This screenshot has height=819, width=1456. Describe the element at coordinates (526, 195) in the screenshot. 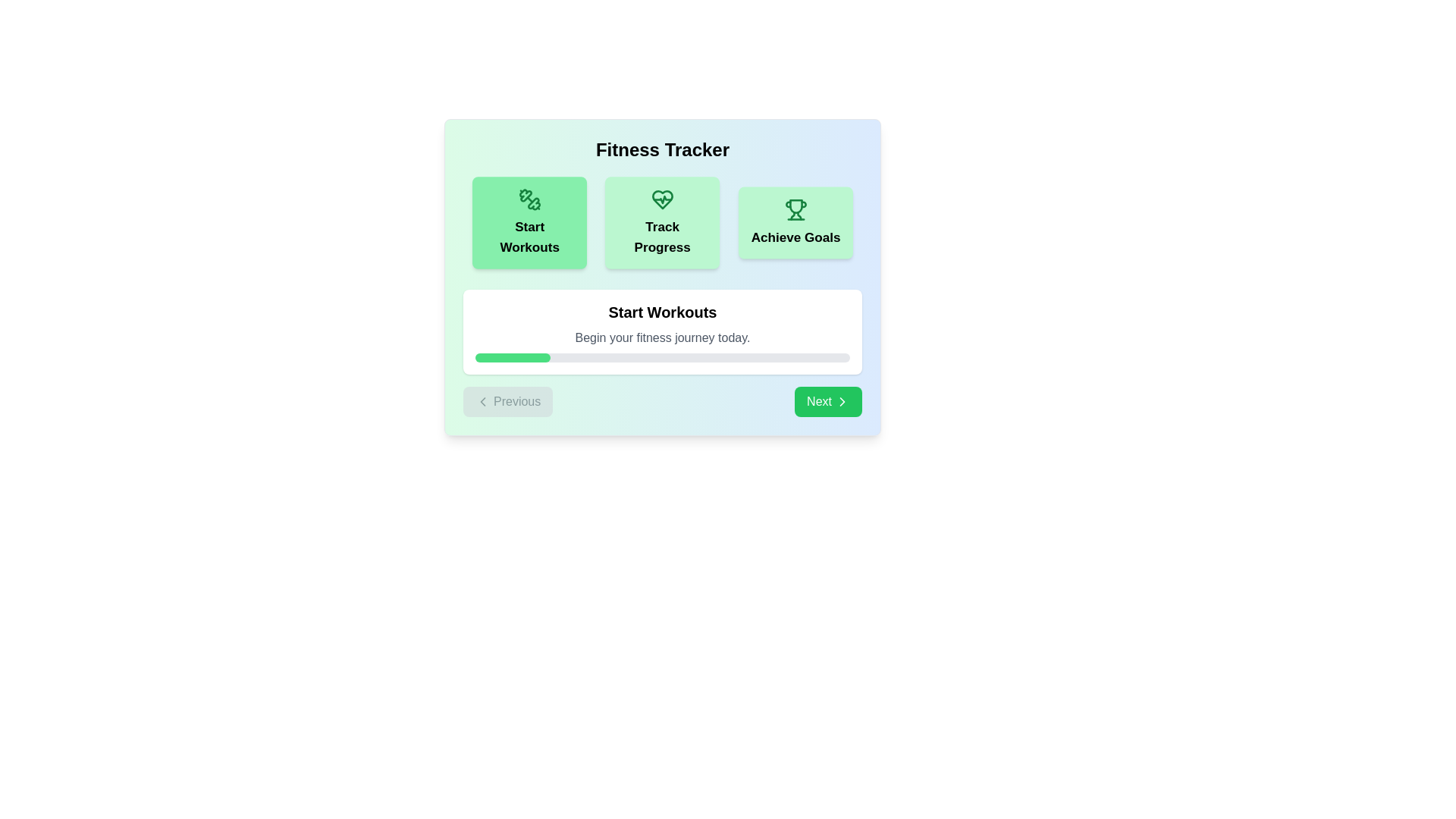

I see `the decorative icon graphical fragment above the 'Start Workouts' button, enhancing the visual appeal of the feature` at that location.